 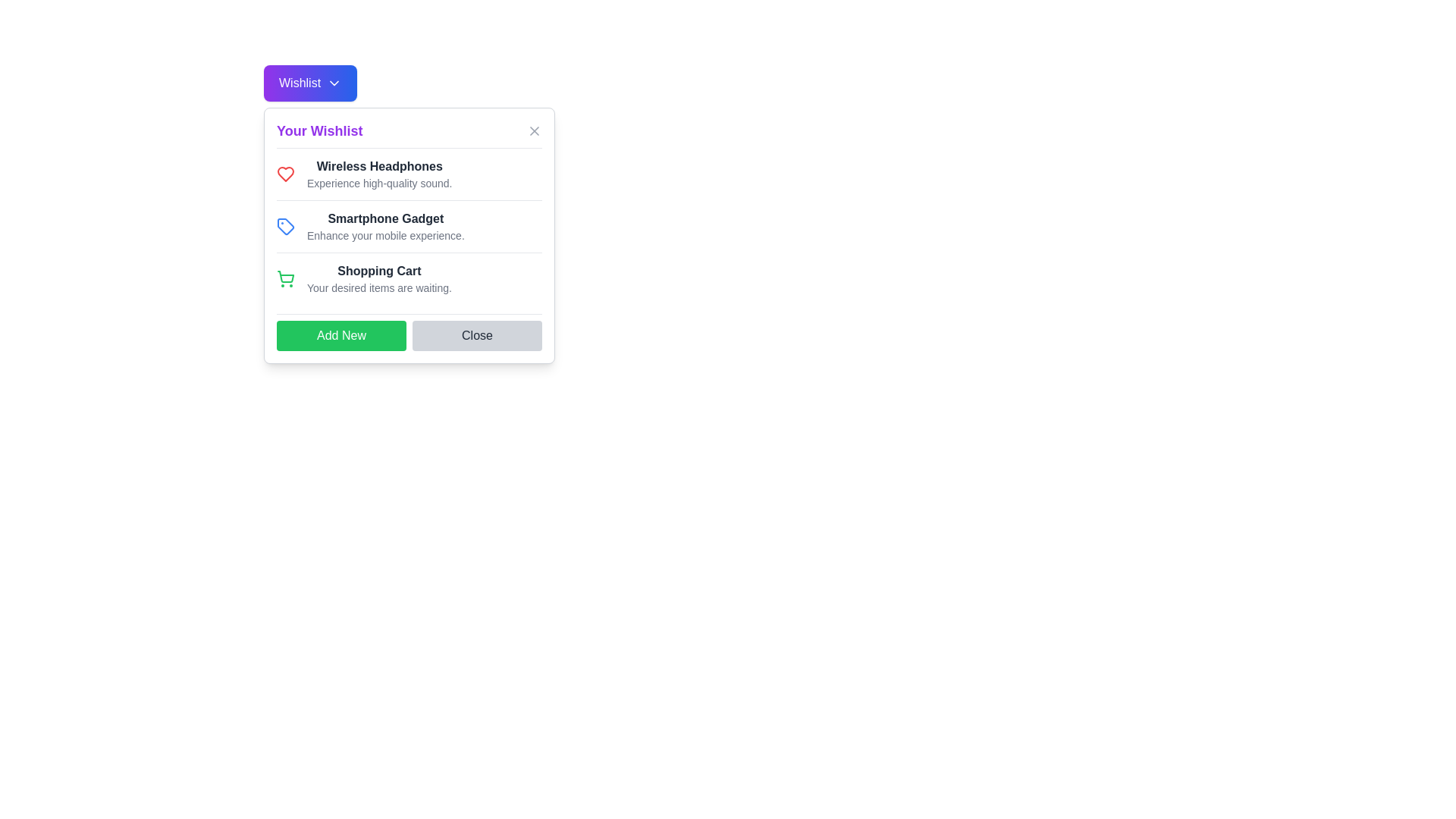 I want to click on the close button icon represented by an 'X' in light gray color located at the top-right corner of the popup window, aligned with the title 'Your Wishlist', so click(x=535, y=130).